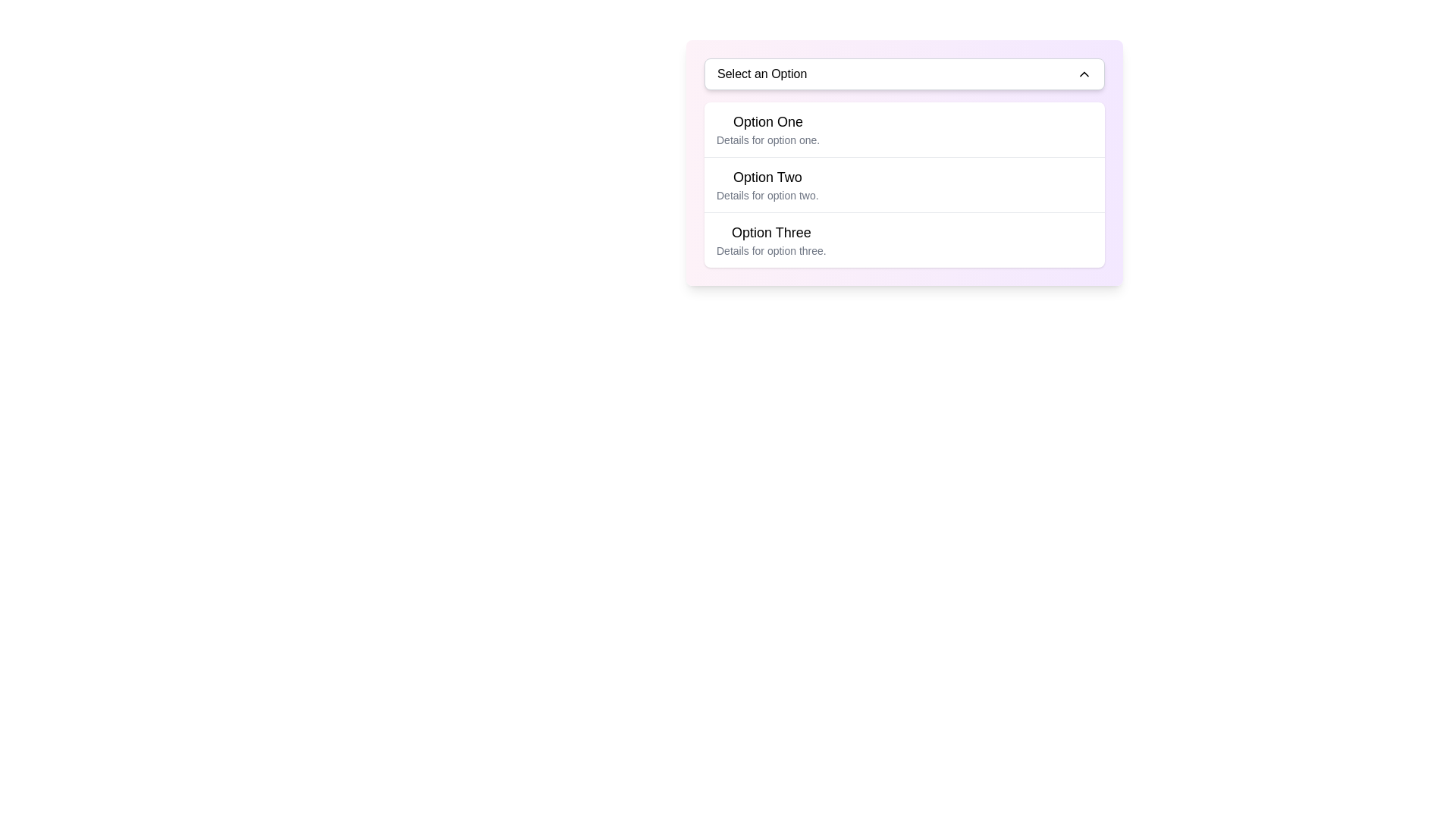 The height and width of the screenshot is (819, 1456). Describe the element at coordinates (767, 184) in the screenshot. I see `the second option in the dropdown menu` at that location.